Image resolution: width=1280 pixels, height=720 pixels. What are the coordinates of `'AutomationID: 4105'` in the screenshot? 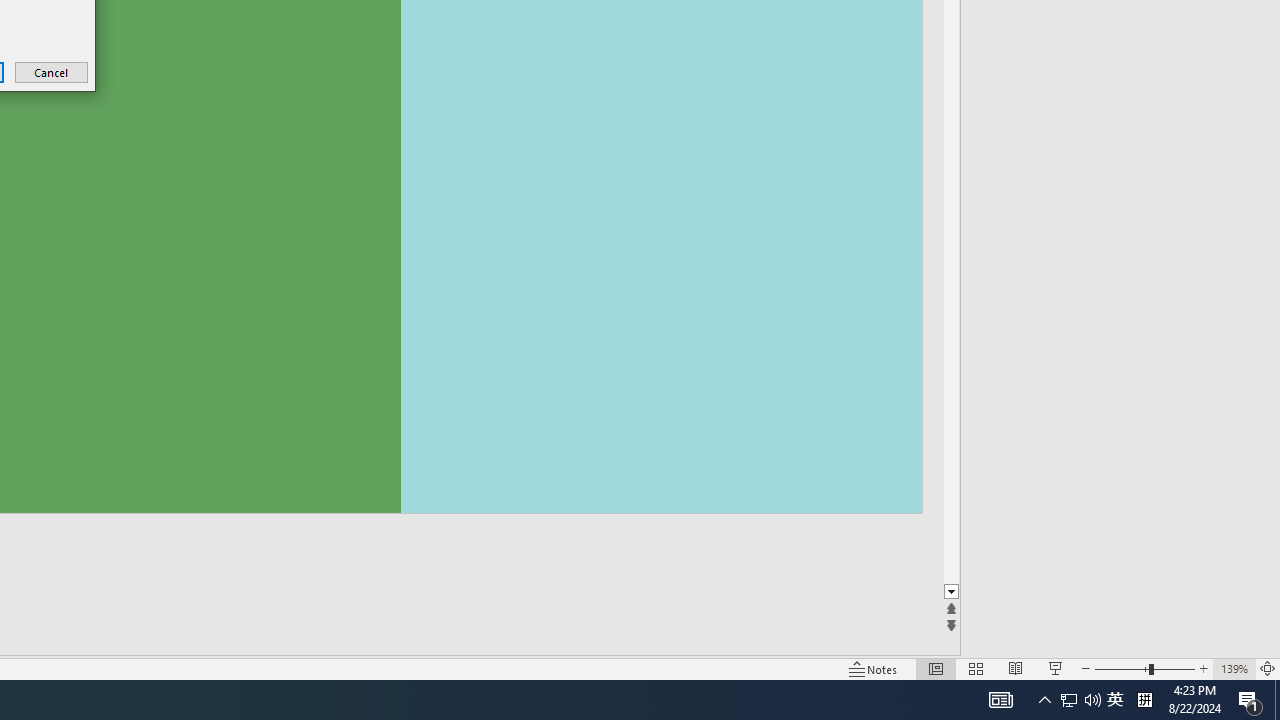 It's located at (1000, 698).